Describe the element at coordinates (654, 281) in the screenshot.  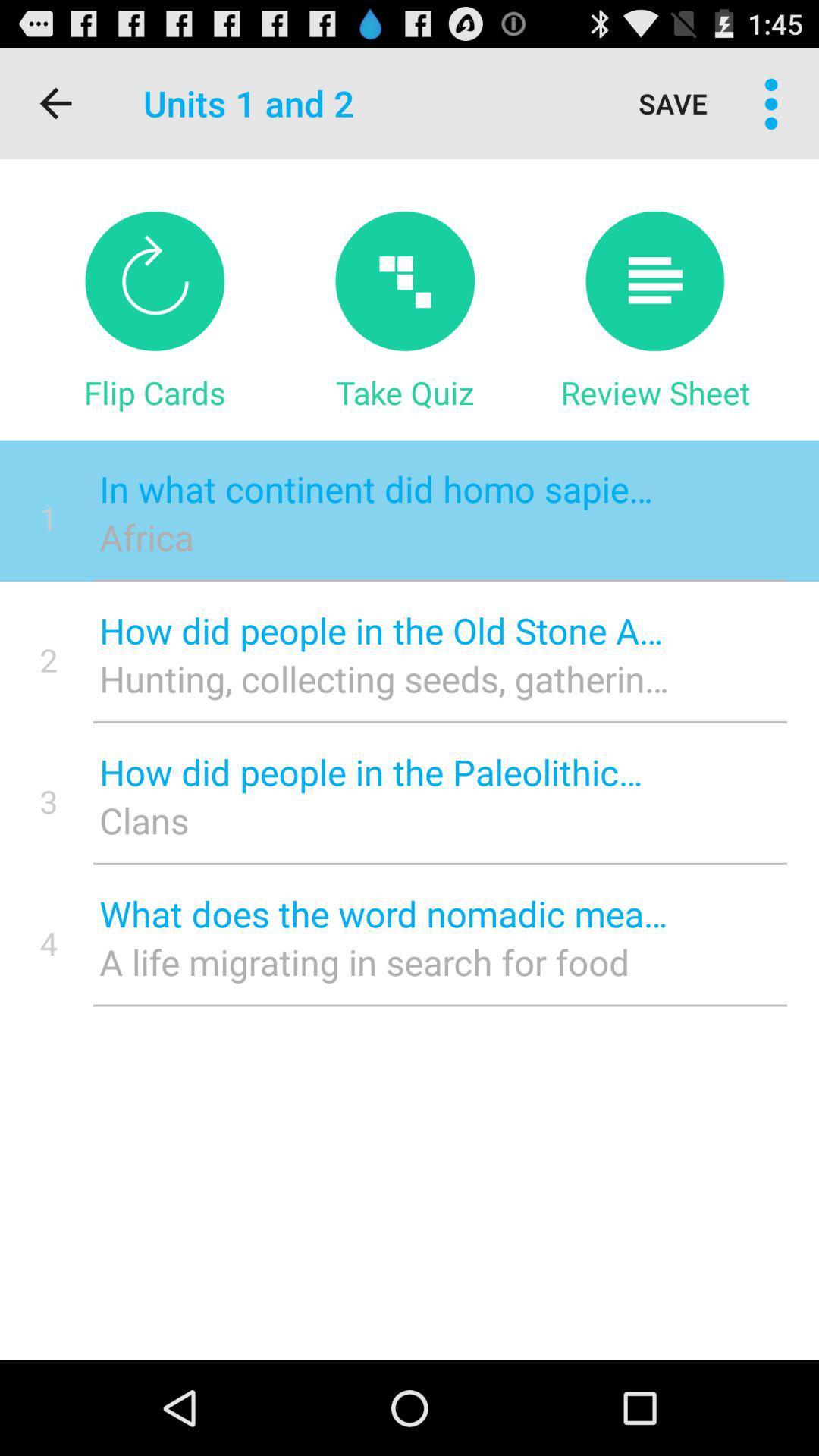
I see `button to review sheet` at that location.